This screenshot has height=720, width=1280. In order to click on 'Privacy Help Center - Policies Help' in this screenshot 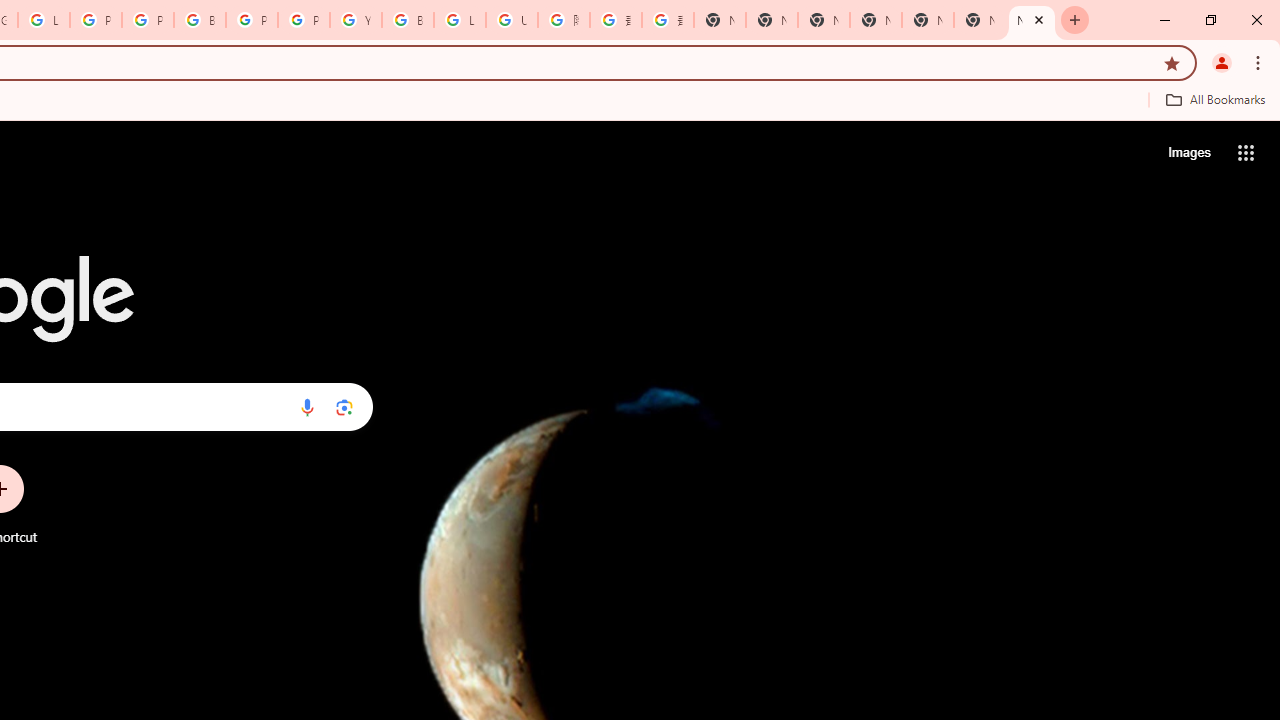, I will do `click(146, 20)`.